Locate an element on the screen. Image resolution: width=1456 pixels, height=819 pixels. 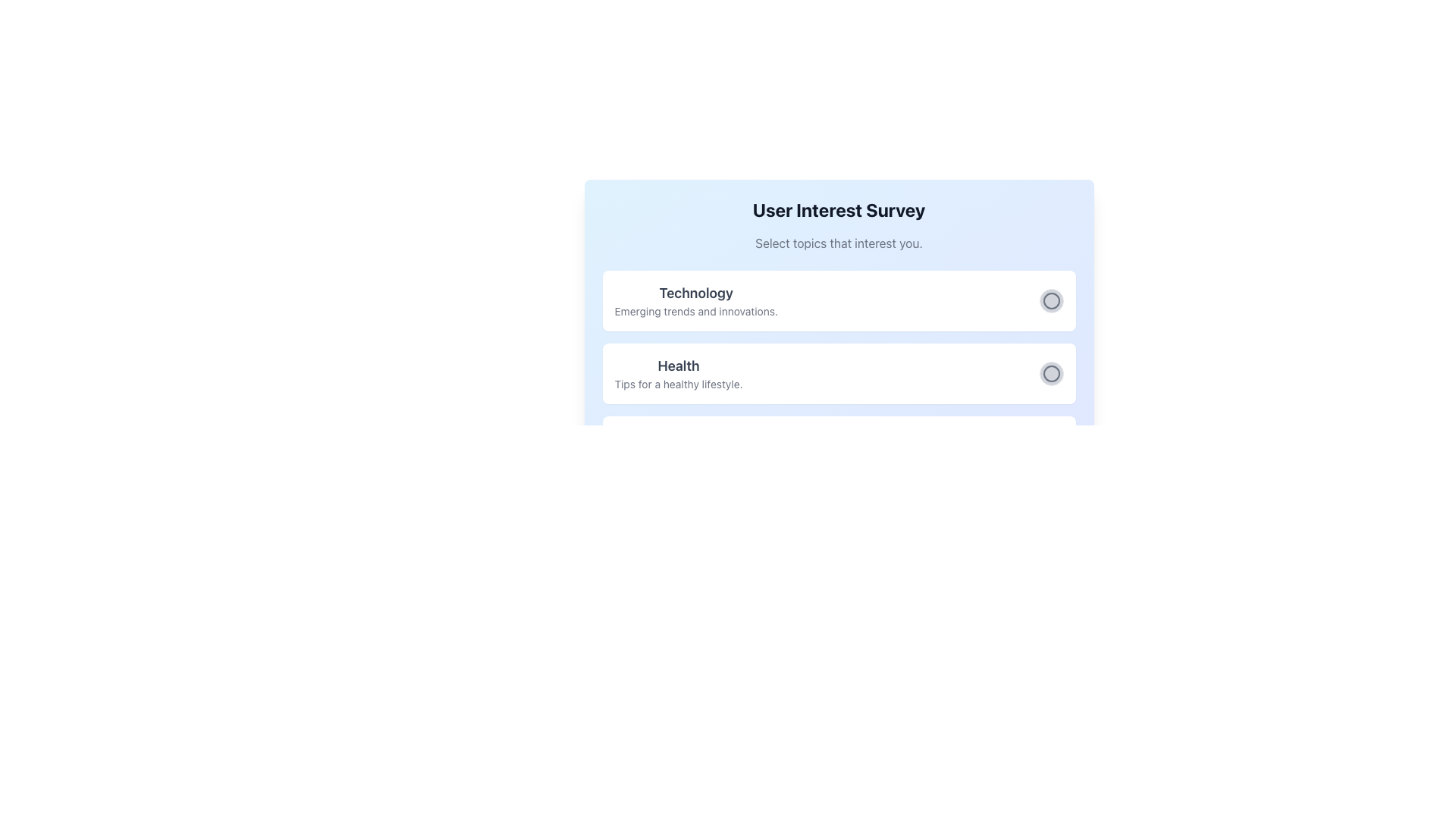
the Text Label providing a brief descriptive text about the topic of 'Technology' located under the heading 'Technology' in the 'User Interest Survey' section is located at coordinates (695, 311).